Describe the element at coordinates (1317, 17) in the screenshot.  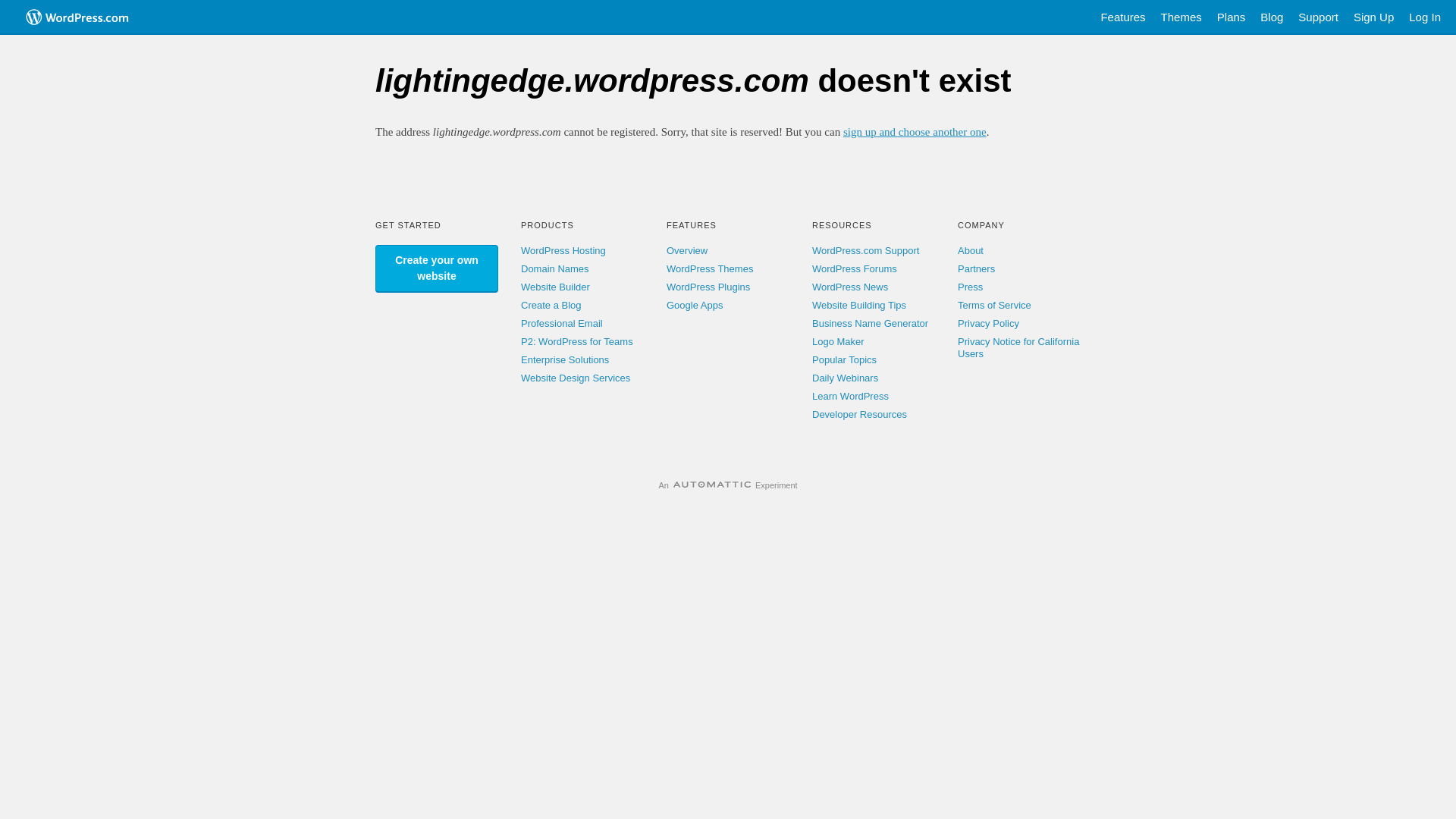
I see `'Support'` at that location.